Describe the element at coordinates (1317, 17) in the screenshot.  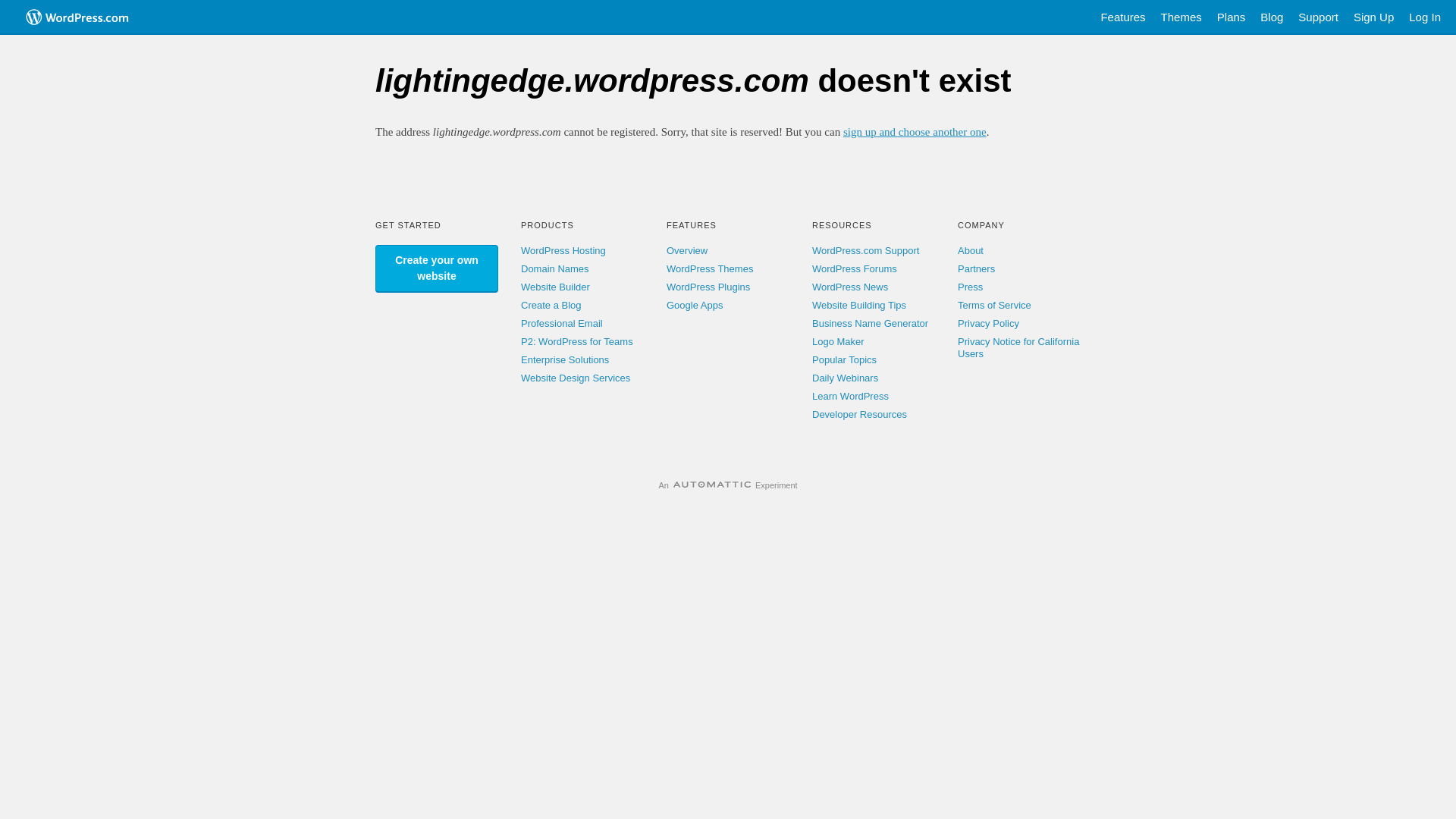
I see `'Support'` at that location.